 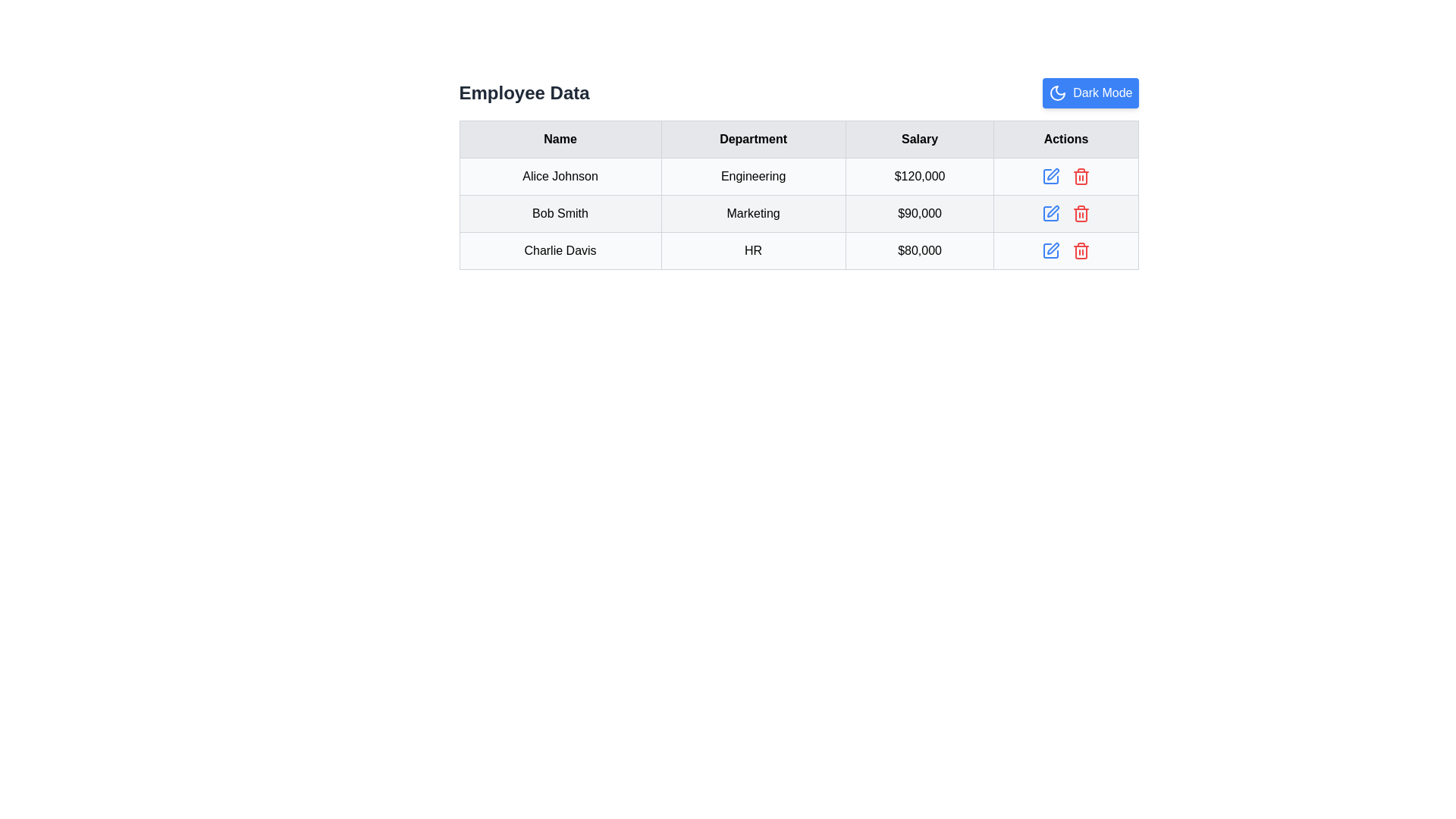 What do you see at coordinates (1080, 213) in the screenshot?
I see `the red delete icon styled as a trash can in the 'Actions' column corresponding to 'Bob Smith'` at bounding box center [1080, 213].